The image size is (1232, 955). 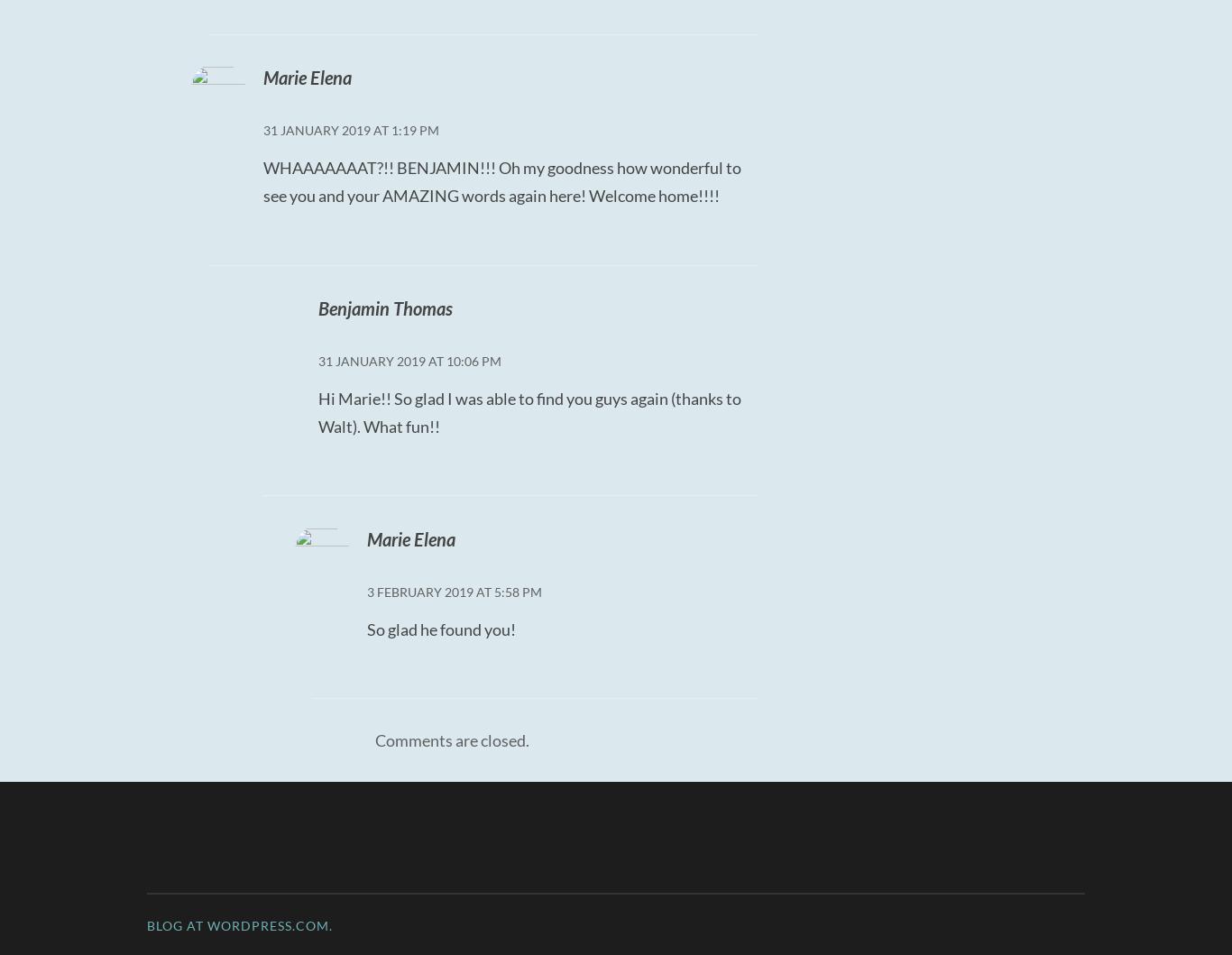 What do you see at coordinates (262, 129) in the screenshot?
I see `'31 January 2019 at 1:19 PM'` at bounding box center [262, 129].